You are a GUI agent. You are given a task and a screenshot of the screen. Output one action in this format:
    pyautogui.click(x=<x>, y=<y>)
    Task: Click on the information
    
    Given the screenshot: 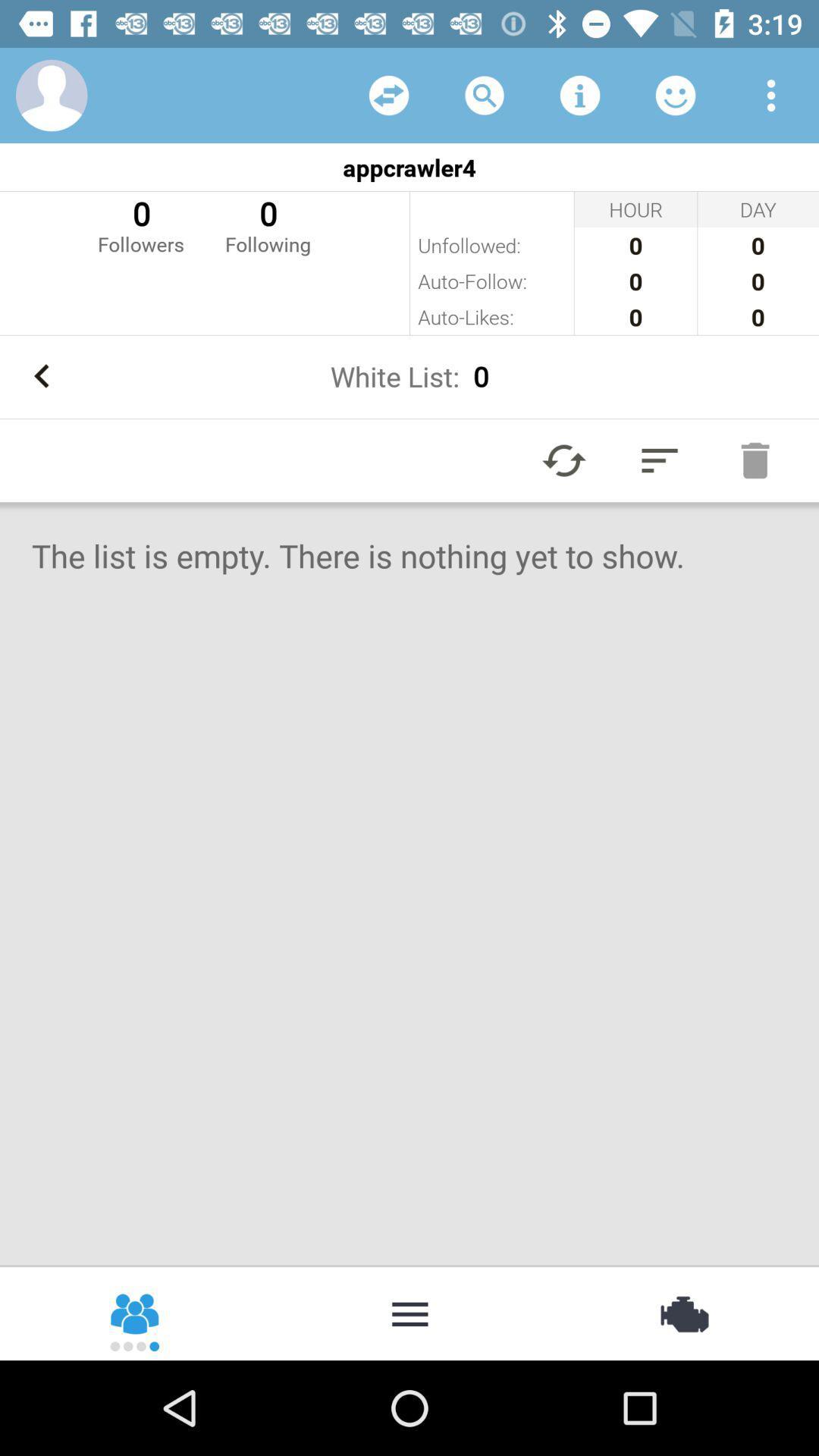 What is the action you would take?
    pyautogui.click(x=579, y=94)
    